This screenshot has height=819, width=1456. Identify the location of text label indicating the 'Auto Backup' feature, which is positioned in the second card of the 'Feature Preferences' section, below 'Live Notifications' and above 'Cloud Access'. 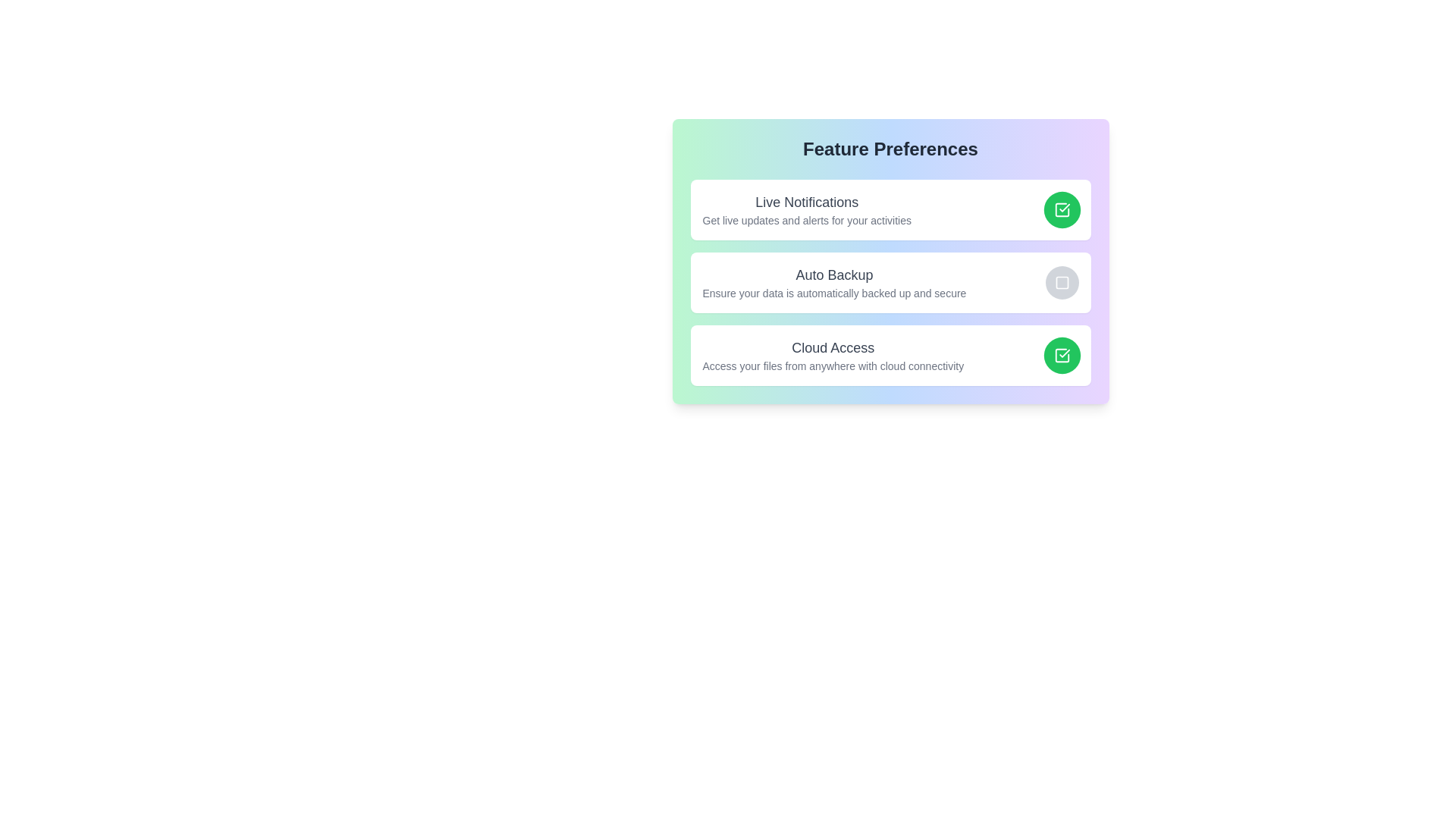
(833, 275).